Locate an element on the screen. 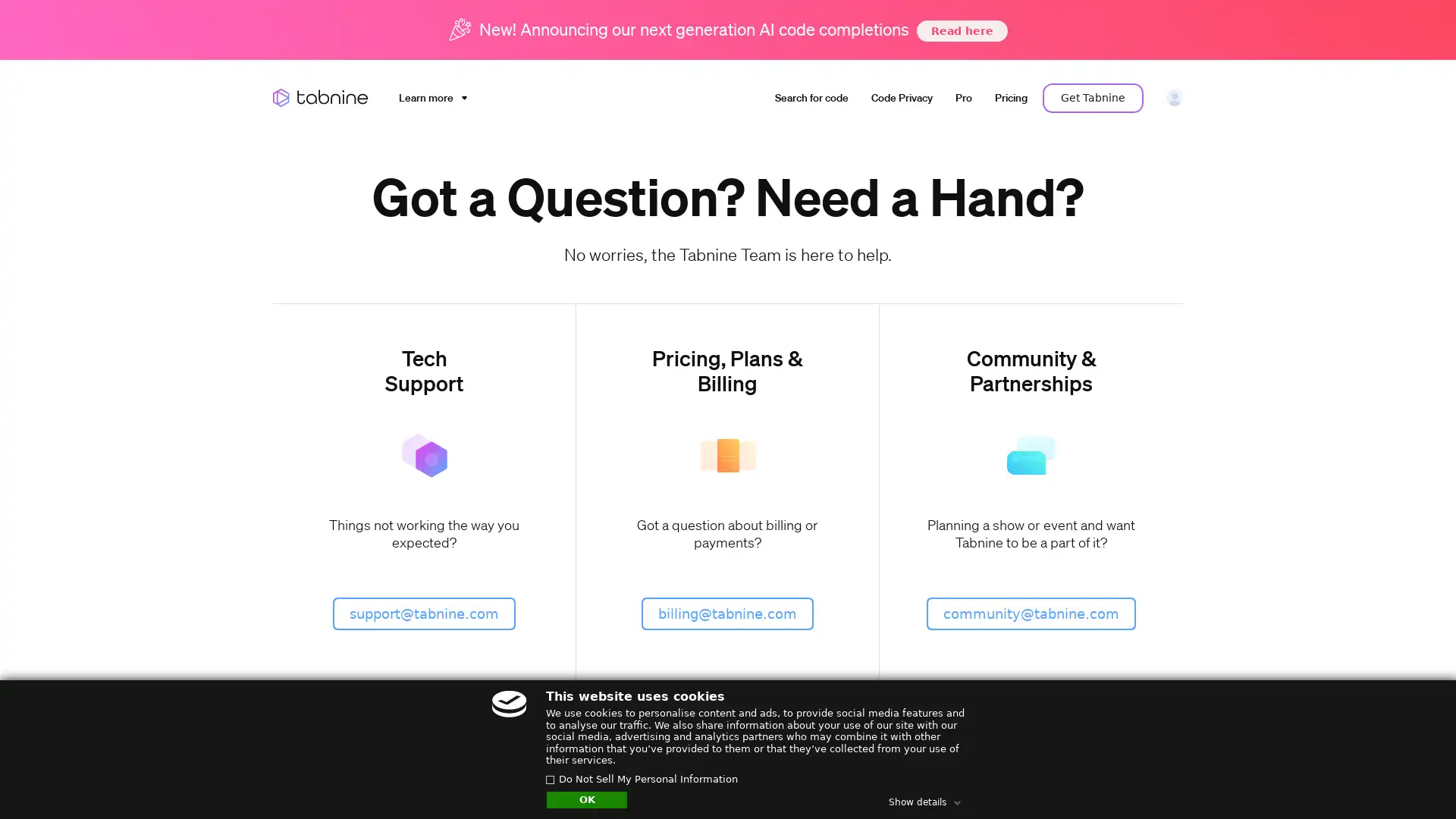 Image resolution: width=1456 pixels, height=819 pixels. support@tabnine.com is located at coordinates (424, 612).